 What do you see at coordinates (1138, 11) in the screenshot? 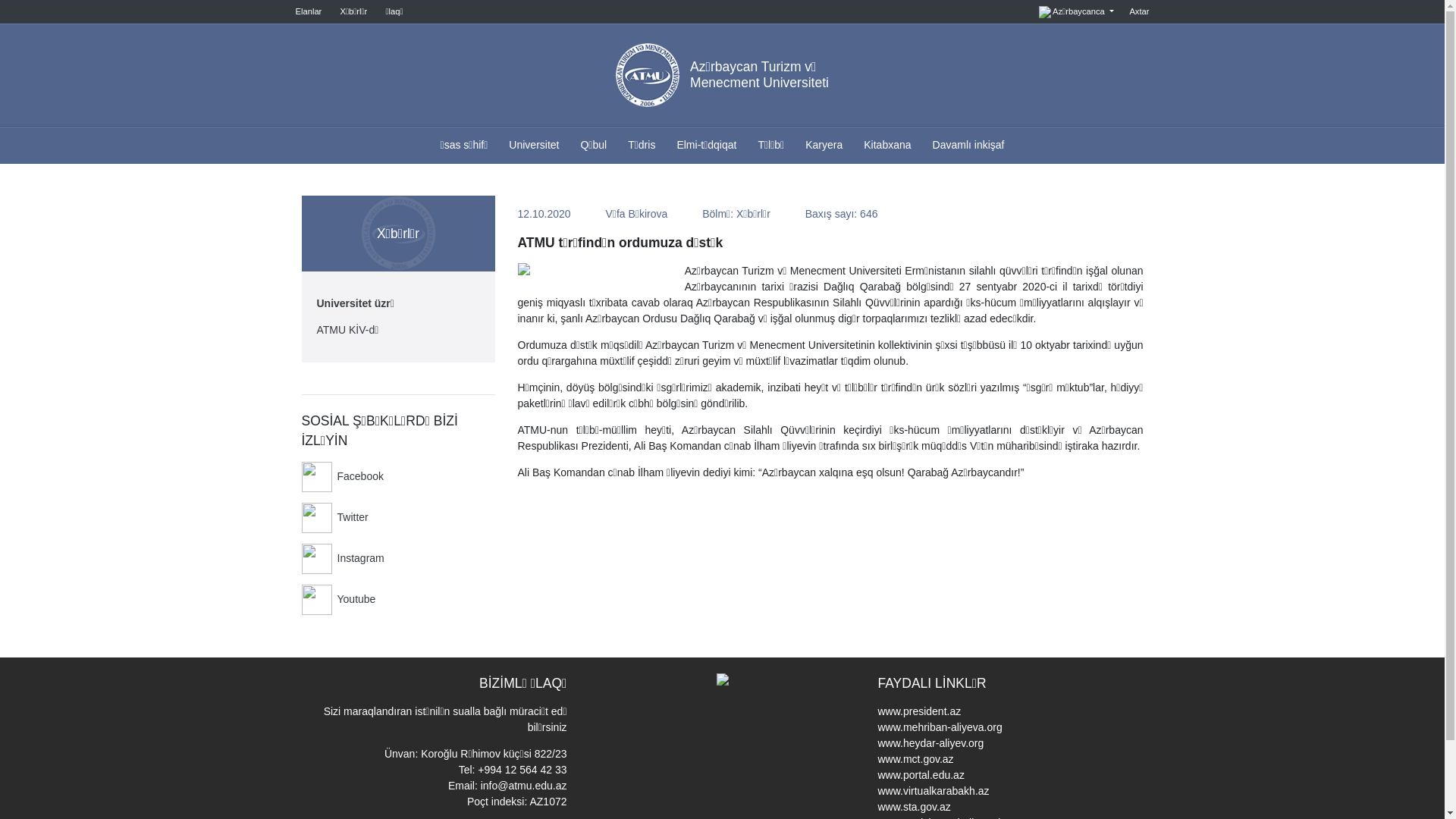
I see `'Axtar'` at bounding box center [1138, 11].